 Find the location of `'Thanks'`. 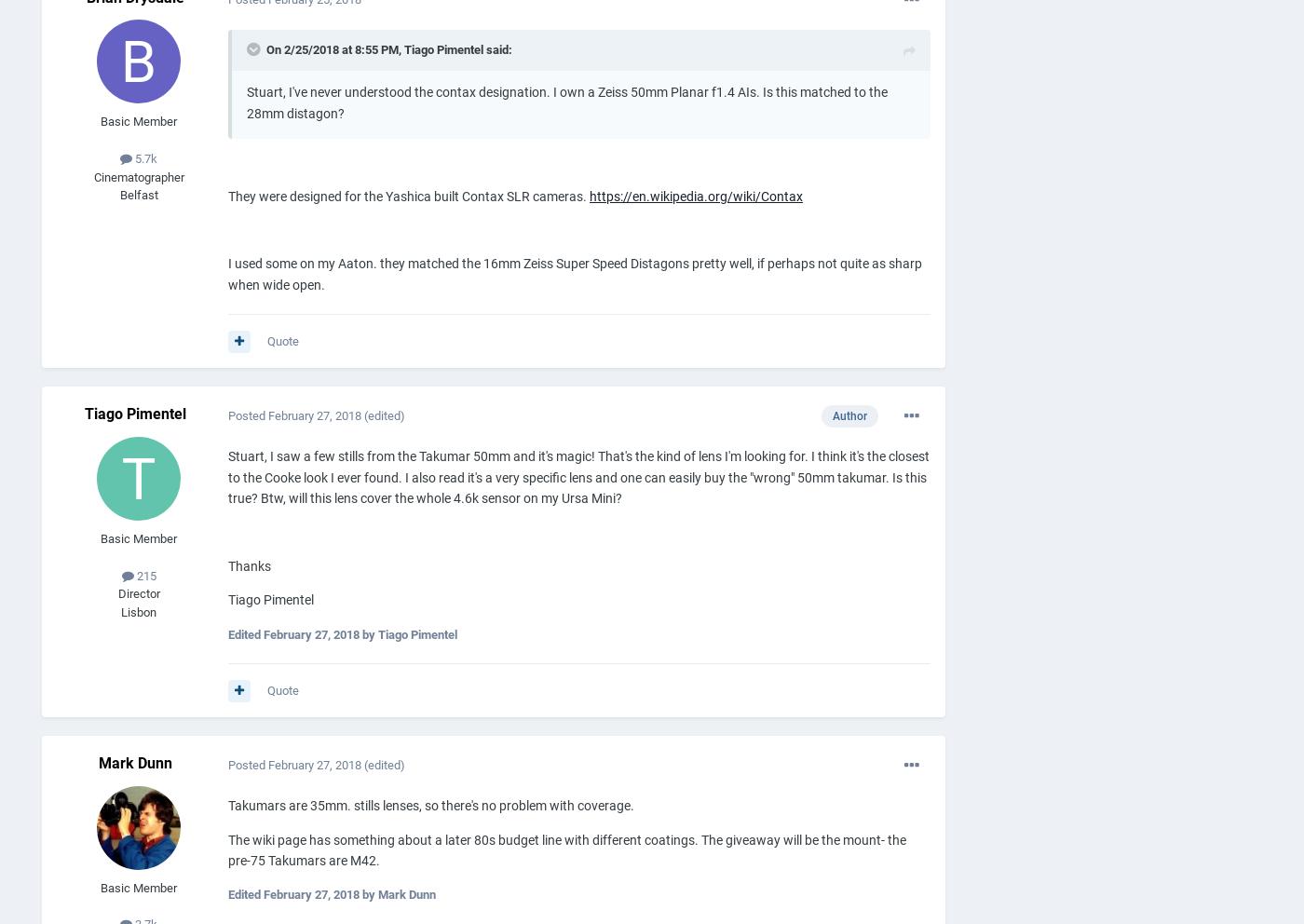

'Thanks' is located at coordinates (249, 564).